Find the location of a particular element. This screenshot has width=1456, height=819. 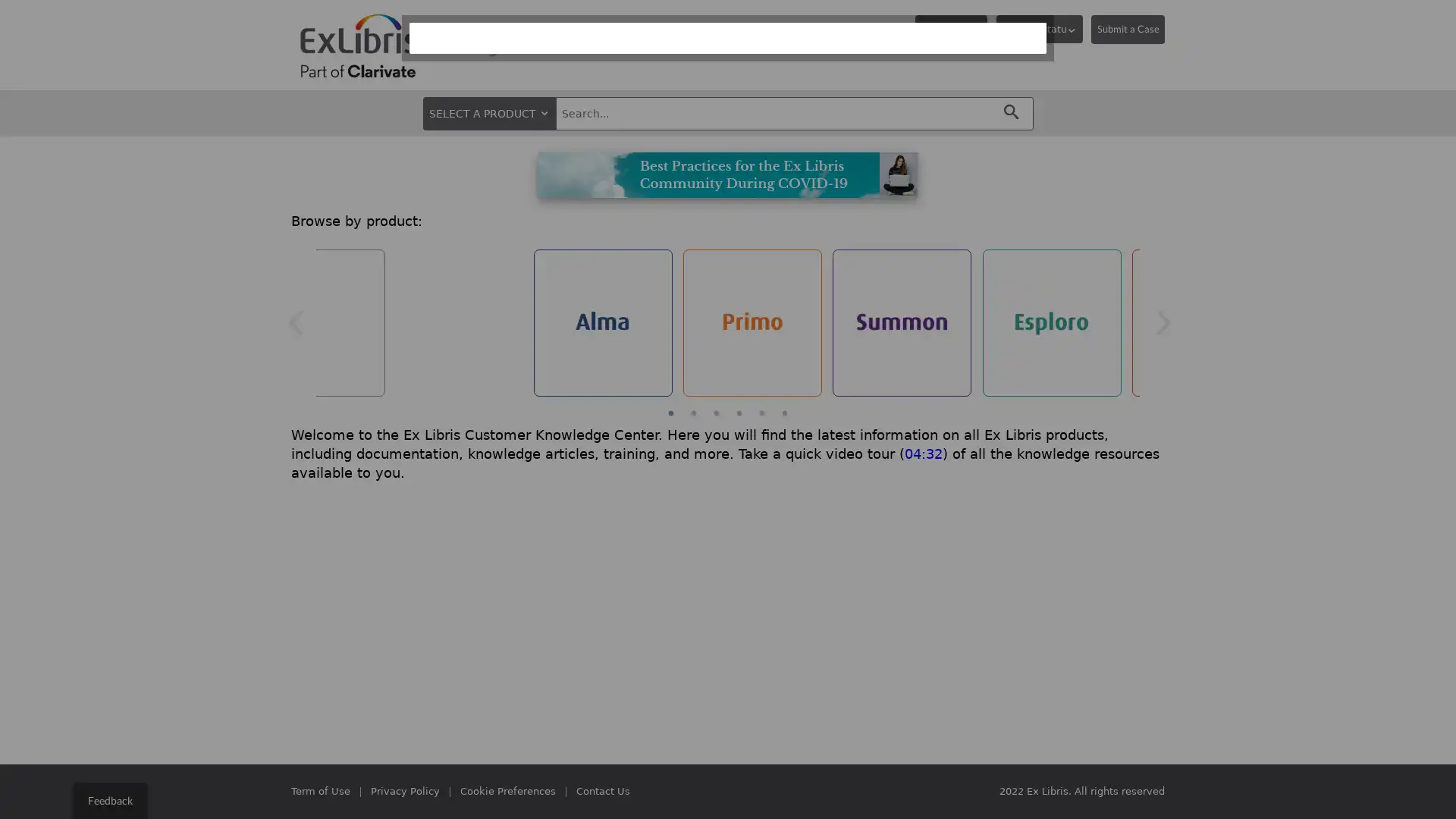

4 is located at coordinates (739, 413).